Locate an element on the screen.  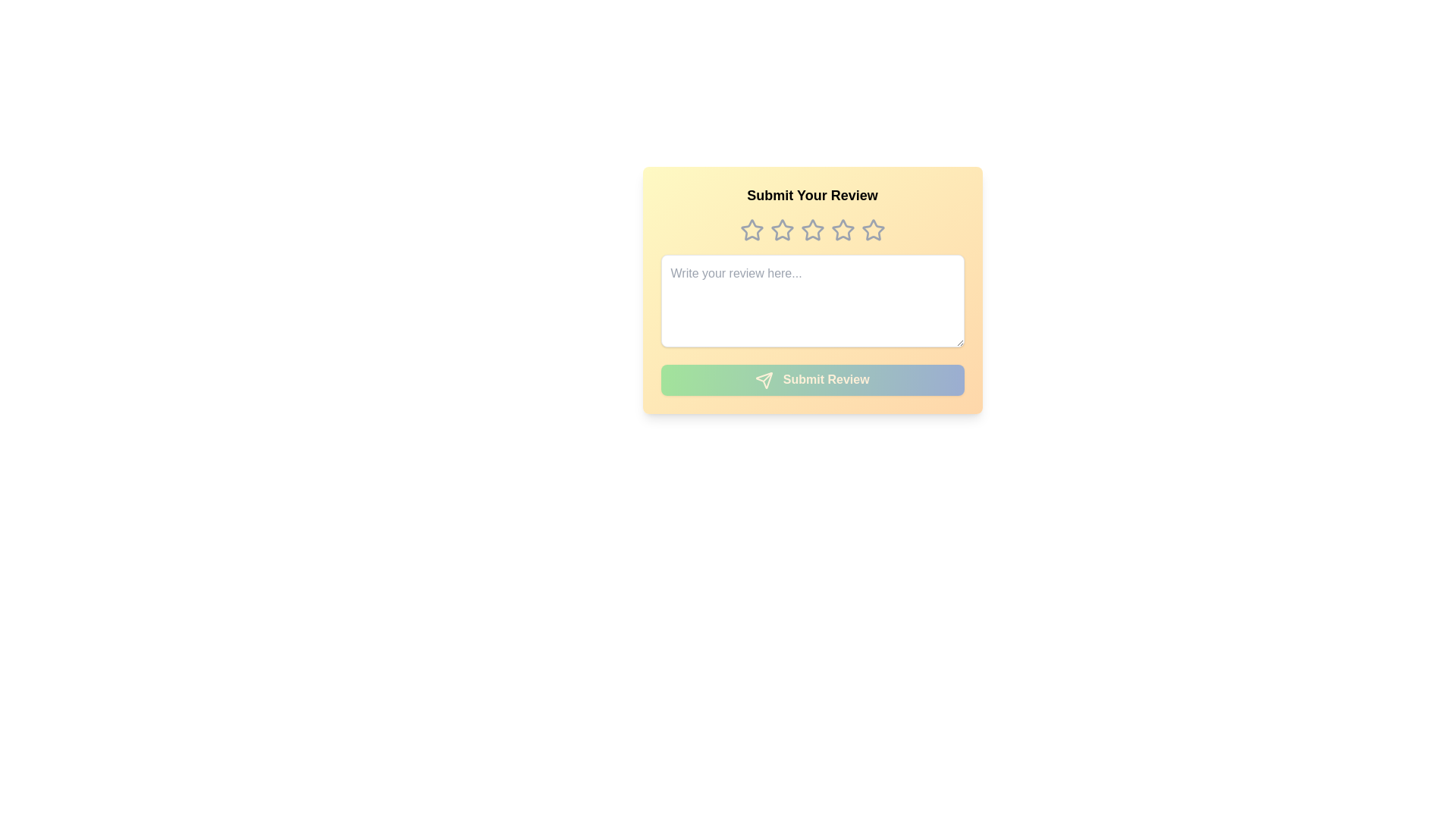
the vector graphic element that resembles a line segment slanting downward to the right within the 'Submit Review' button, located near the left side of the text content is located at coordinates (767, 376).